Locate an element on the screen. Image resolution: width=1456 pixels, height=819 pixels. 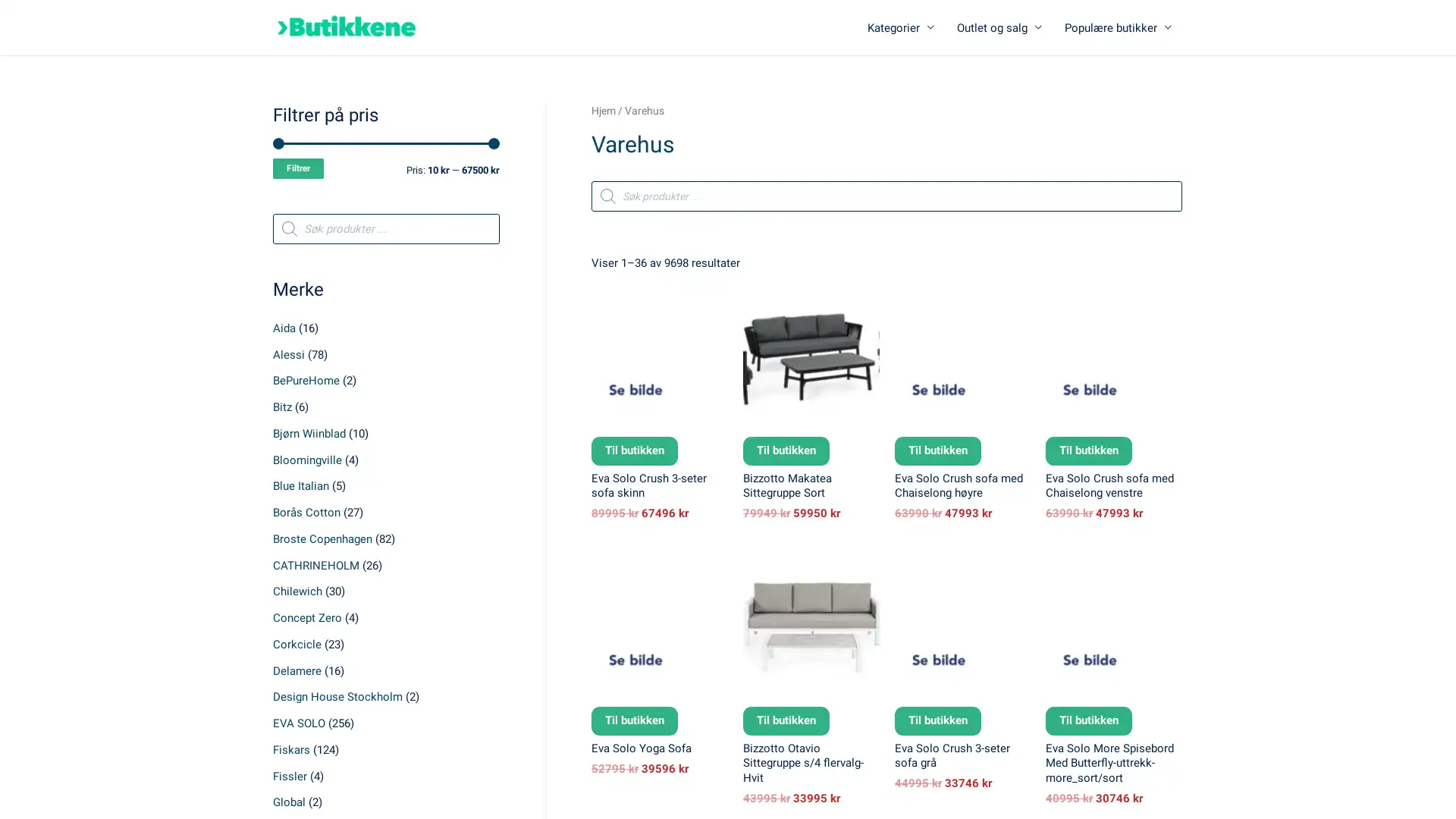
Filtrer is located at coordinates (298, 168).